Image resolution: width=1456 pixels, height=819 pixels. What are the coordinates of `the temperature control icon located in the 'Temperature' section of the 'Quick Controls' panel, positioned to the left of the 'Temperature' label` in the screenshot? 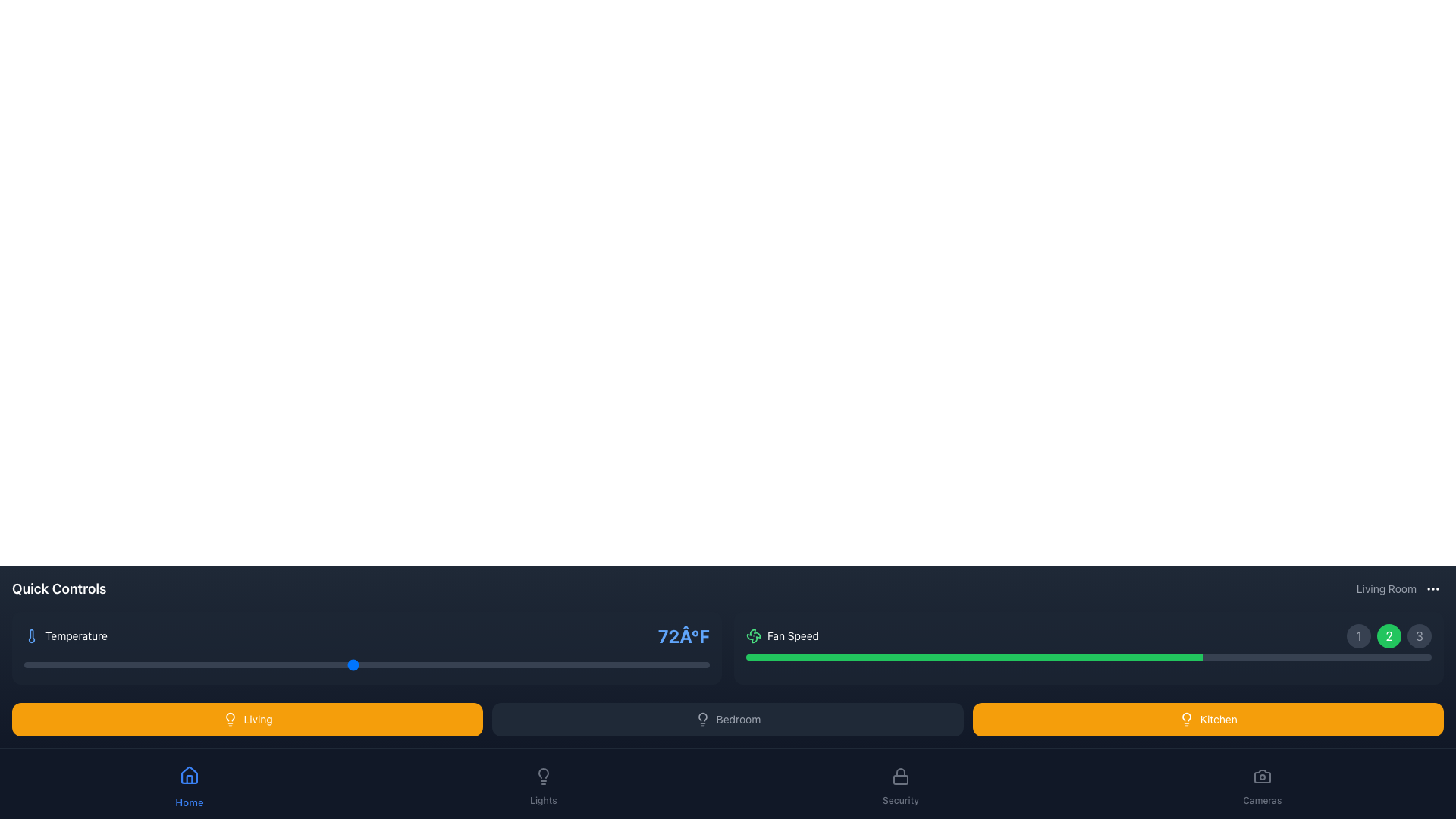 It's located at (32, 636).